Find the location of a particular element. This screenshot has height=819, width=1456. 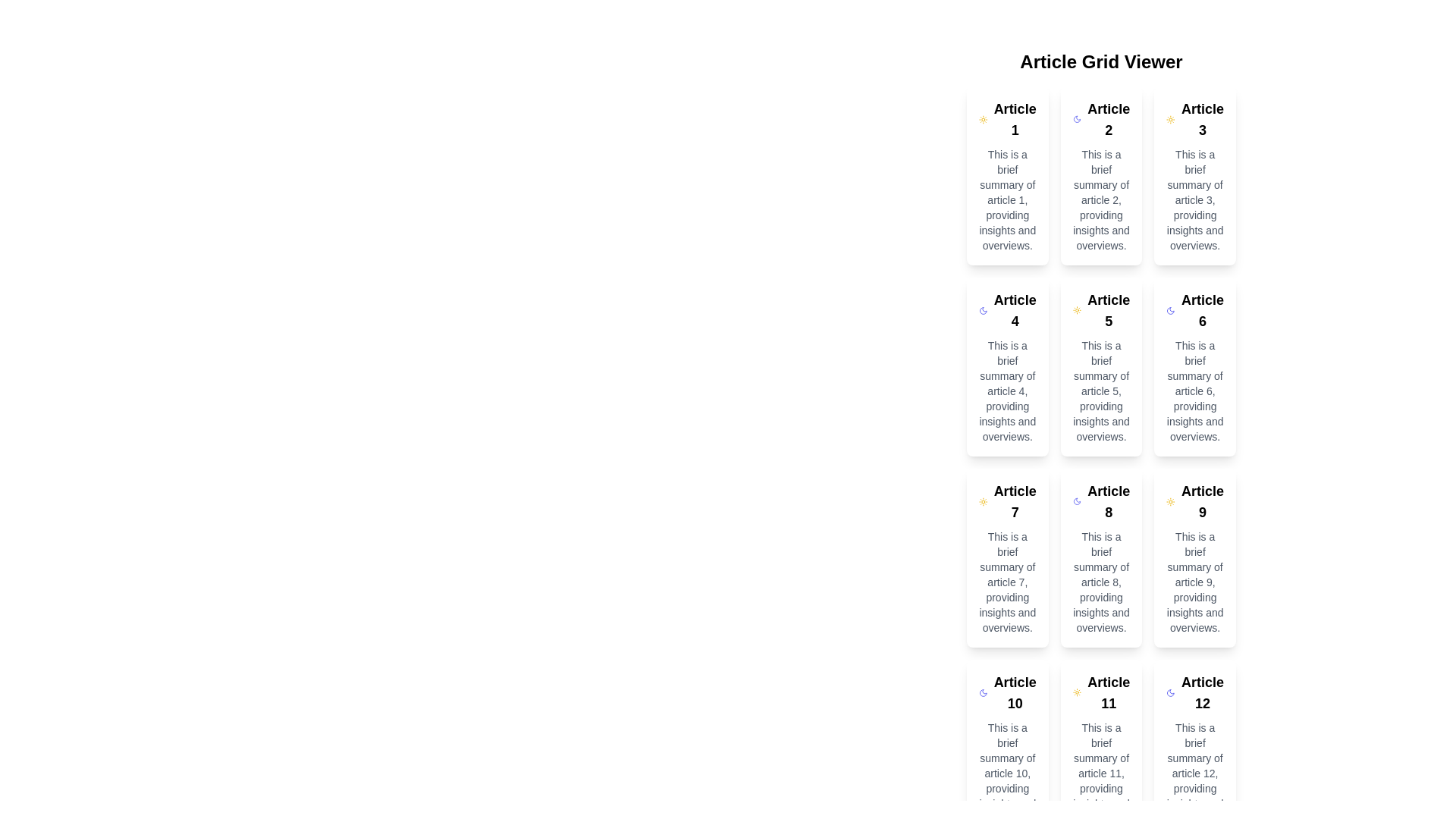

the decorative icon located at the top-left corner of the 'Article 2' card, adjacent to its numerical label is located at coordinates (1076, 119).